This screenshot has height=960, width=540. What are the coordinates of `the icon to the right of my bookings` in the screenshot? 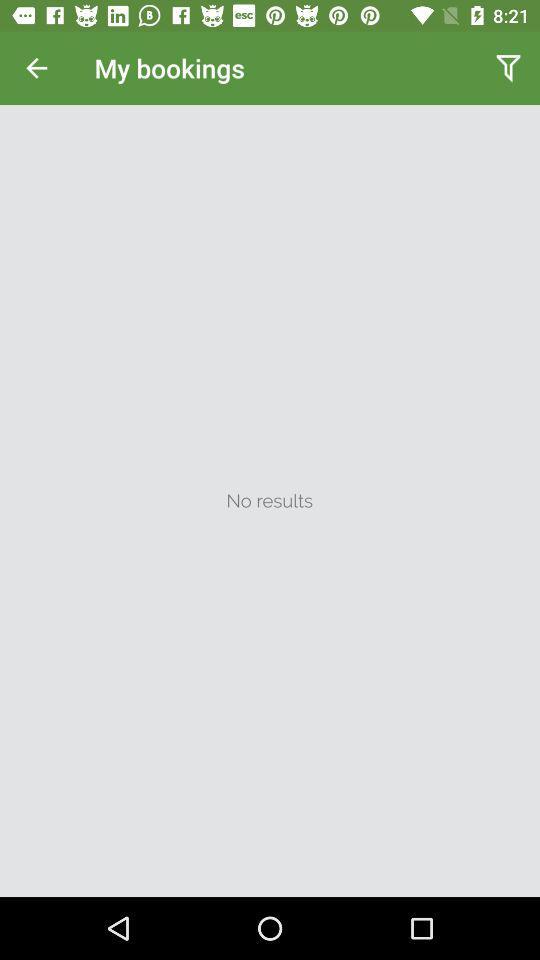 It's located at (508, 68).